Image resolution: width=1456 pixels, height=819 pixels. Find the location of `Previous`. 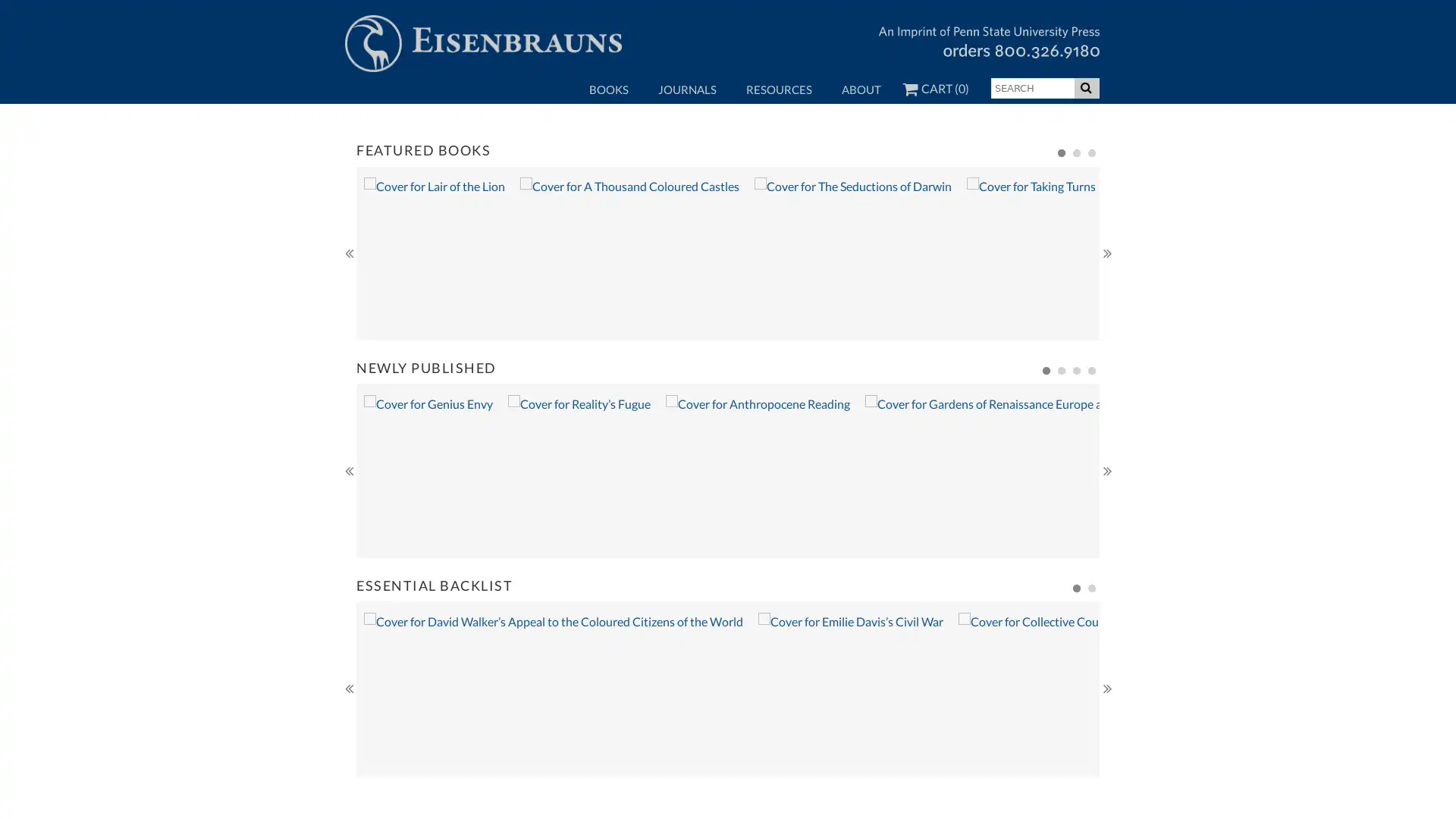

Previous is located at coordinates (348, 253).